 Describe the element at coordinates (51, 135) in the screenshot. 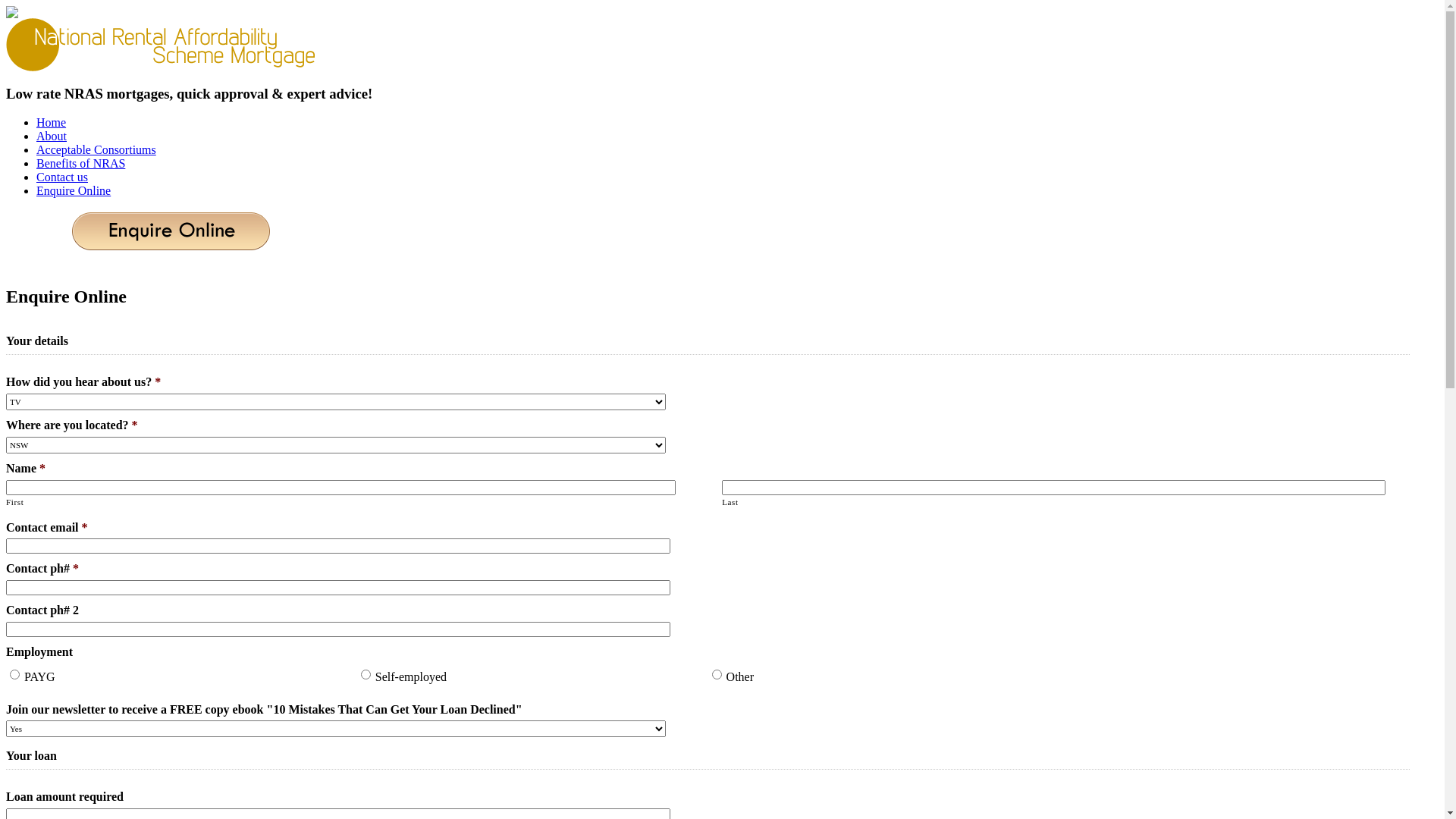

I see `'About'` at that location.